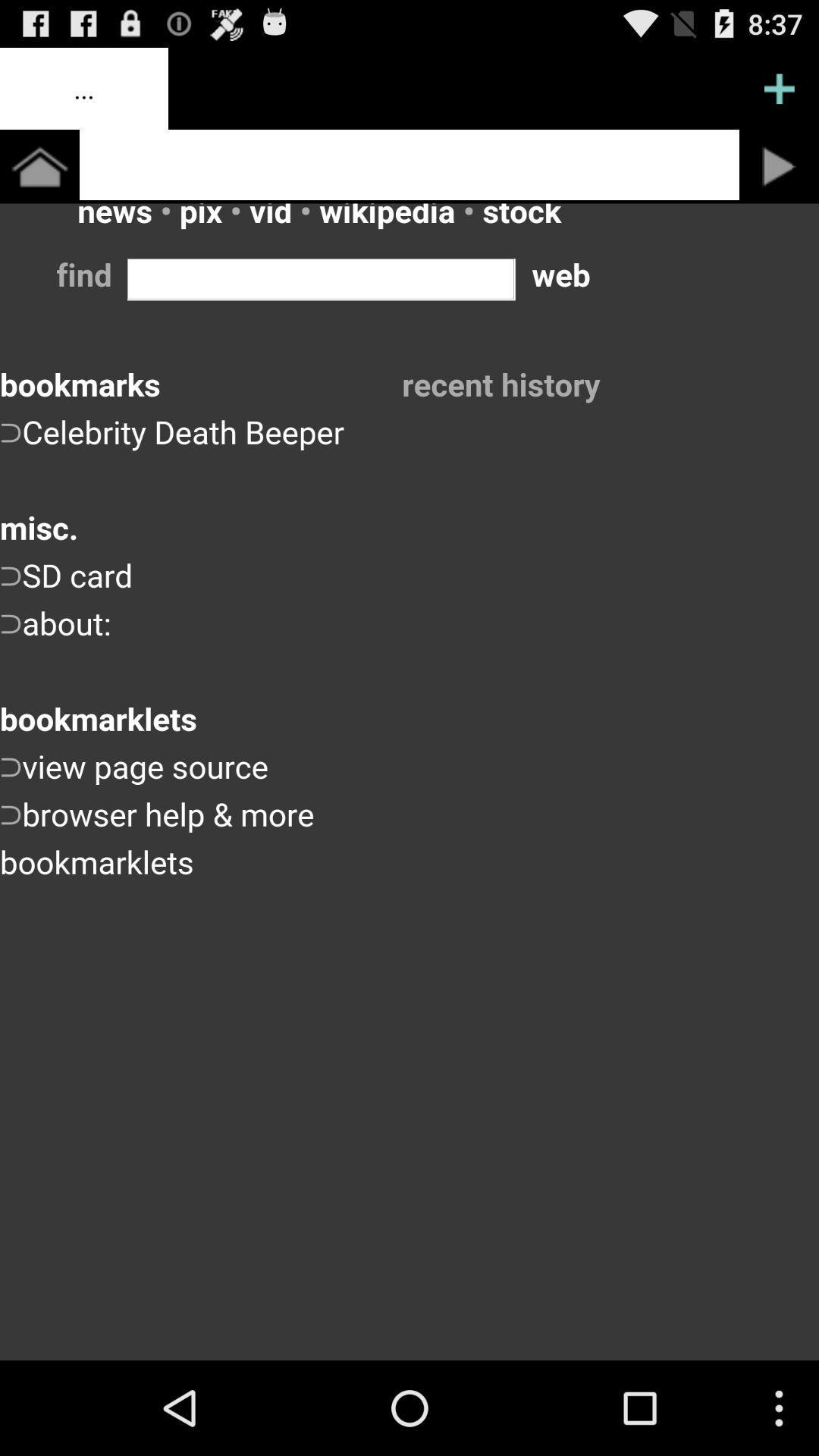 The height and width of the screenshot is (1456, 819). Describe the element at coordinates (39, 166) in the screenshot. I see `home` at that location.